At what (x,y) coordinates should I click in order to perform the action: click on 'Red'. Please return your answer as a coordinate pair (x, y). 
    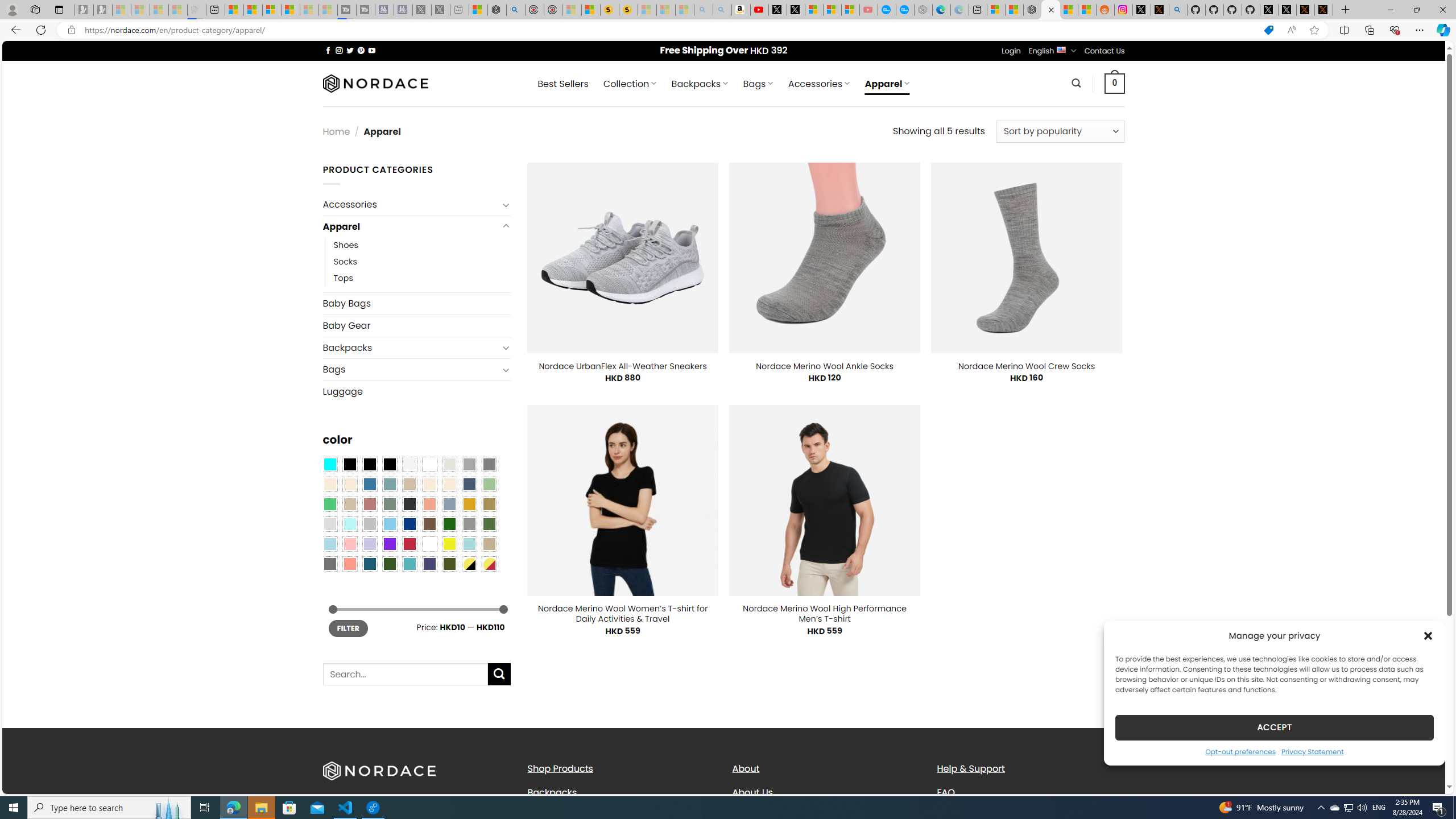
    Looking at the image, I should click on (408, 543).